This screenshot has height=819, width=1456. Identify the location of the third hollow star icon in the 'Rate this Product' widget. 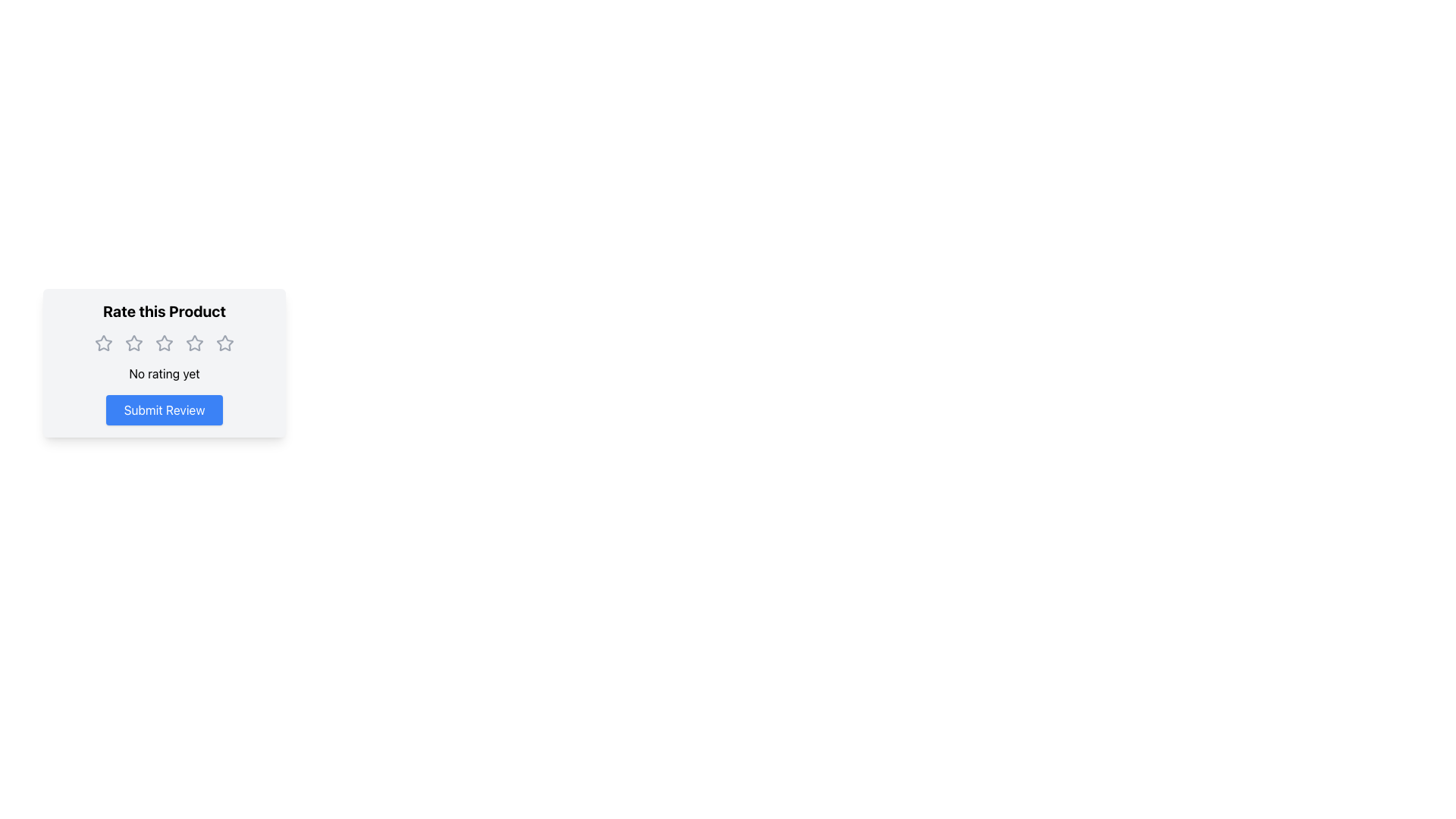
(194, 343).